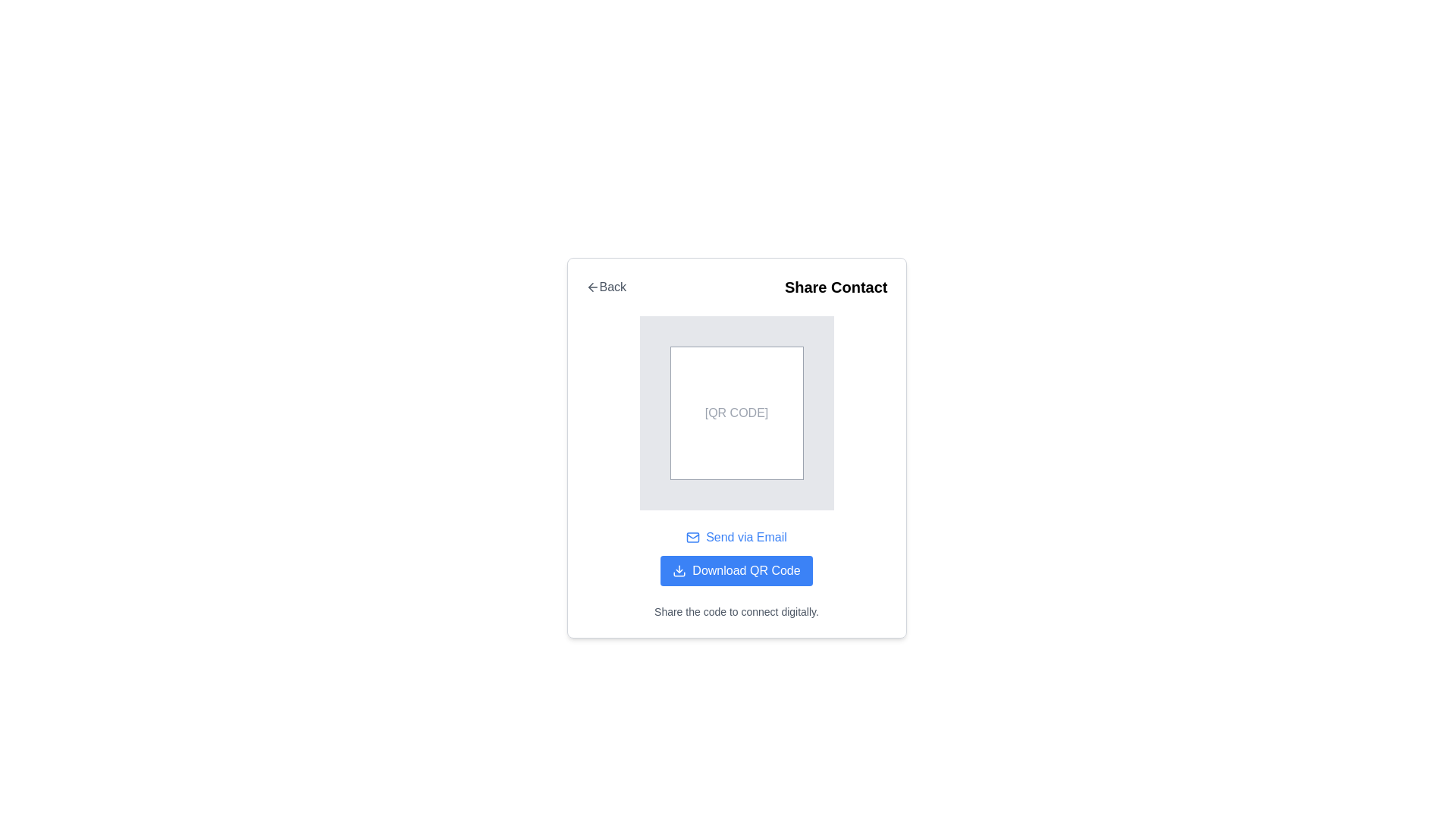  I want to click on the navigation button located to the left of the 'Share Contact' text, so click(605, 287).